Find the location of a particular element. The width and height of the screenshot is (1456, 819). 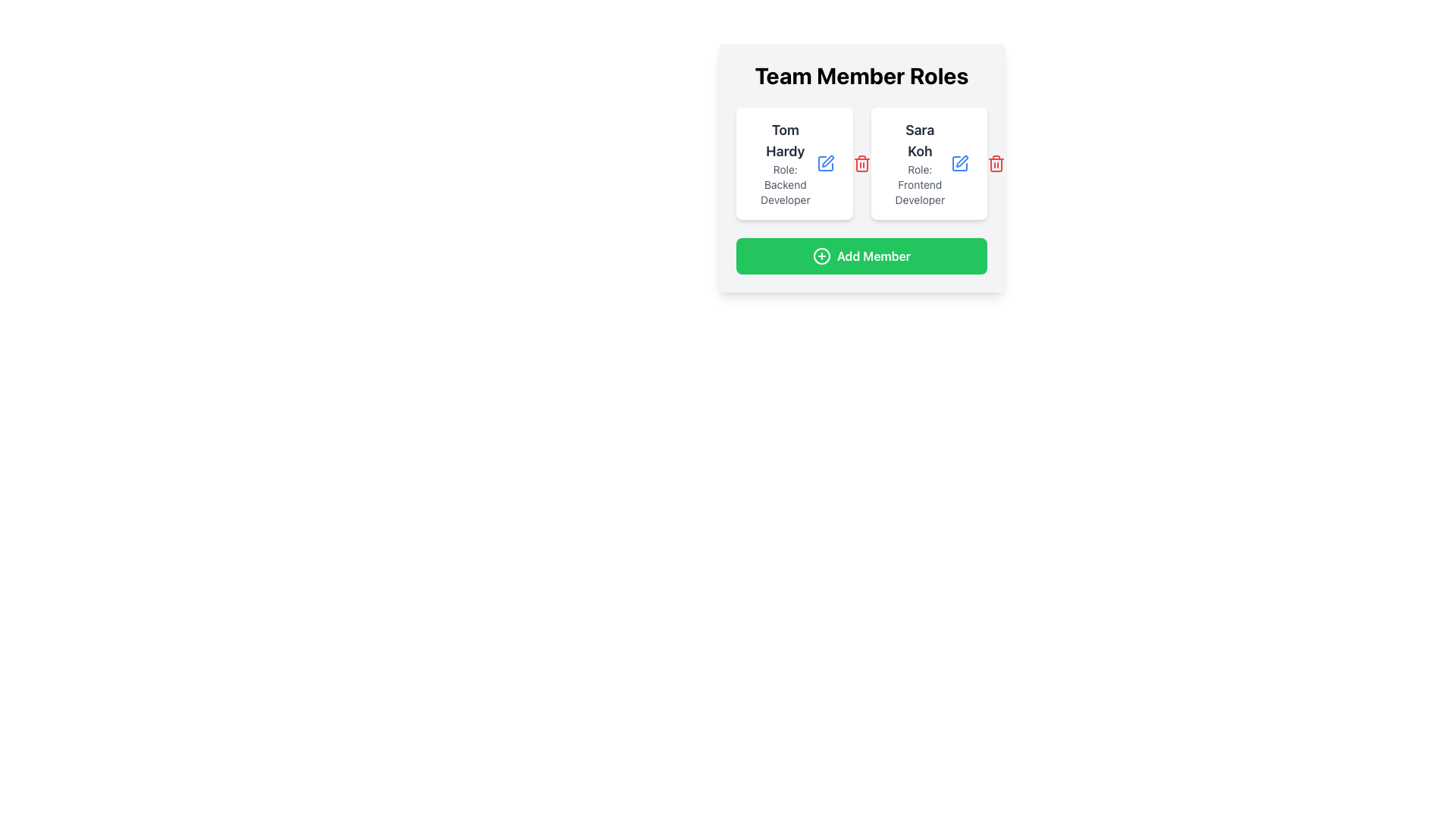

the edit icon button located at the top-right corner of the card labeled 'Tom Hardy' is located at coordinates (827, 161).